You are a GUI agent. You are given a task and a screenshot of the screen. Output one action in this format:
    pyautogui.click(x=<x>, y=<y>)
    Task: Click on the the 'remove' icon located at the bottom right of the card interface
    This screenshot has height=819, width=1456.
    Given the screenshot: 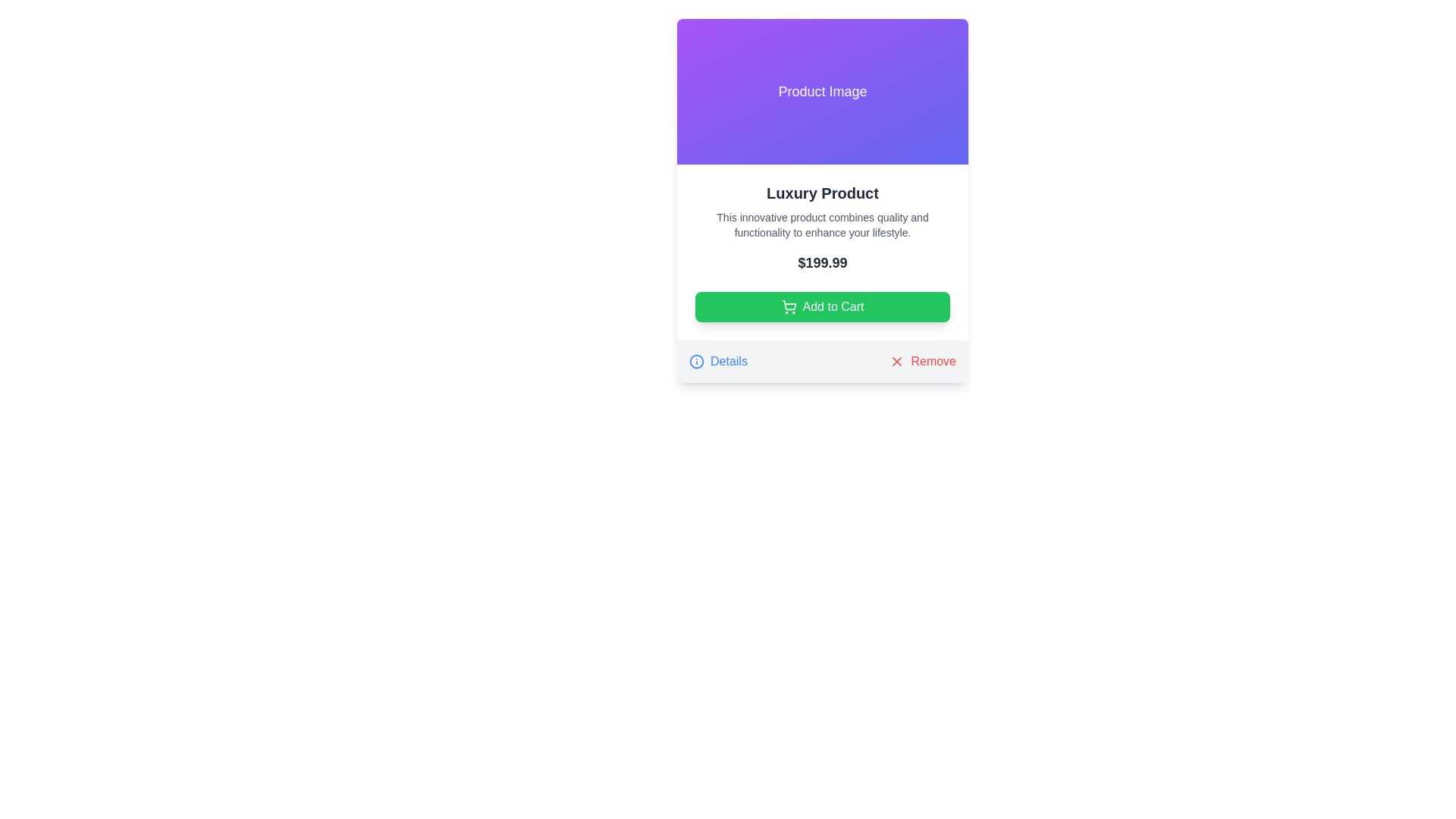 What is the action you would take?
    pyautogui.click(x=897, y=362)
    